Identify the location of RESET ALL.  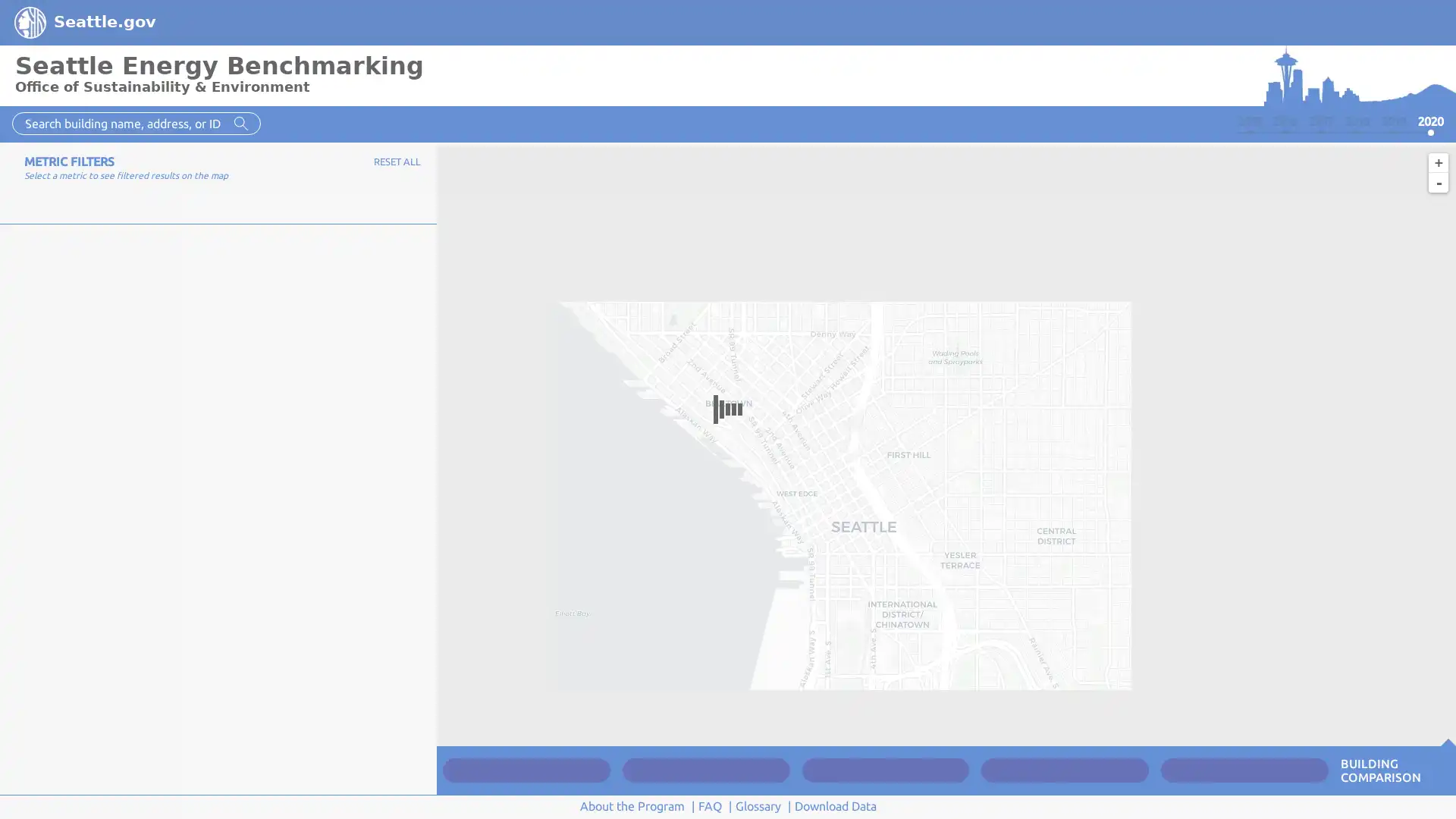
(397, 161).